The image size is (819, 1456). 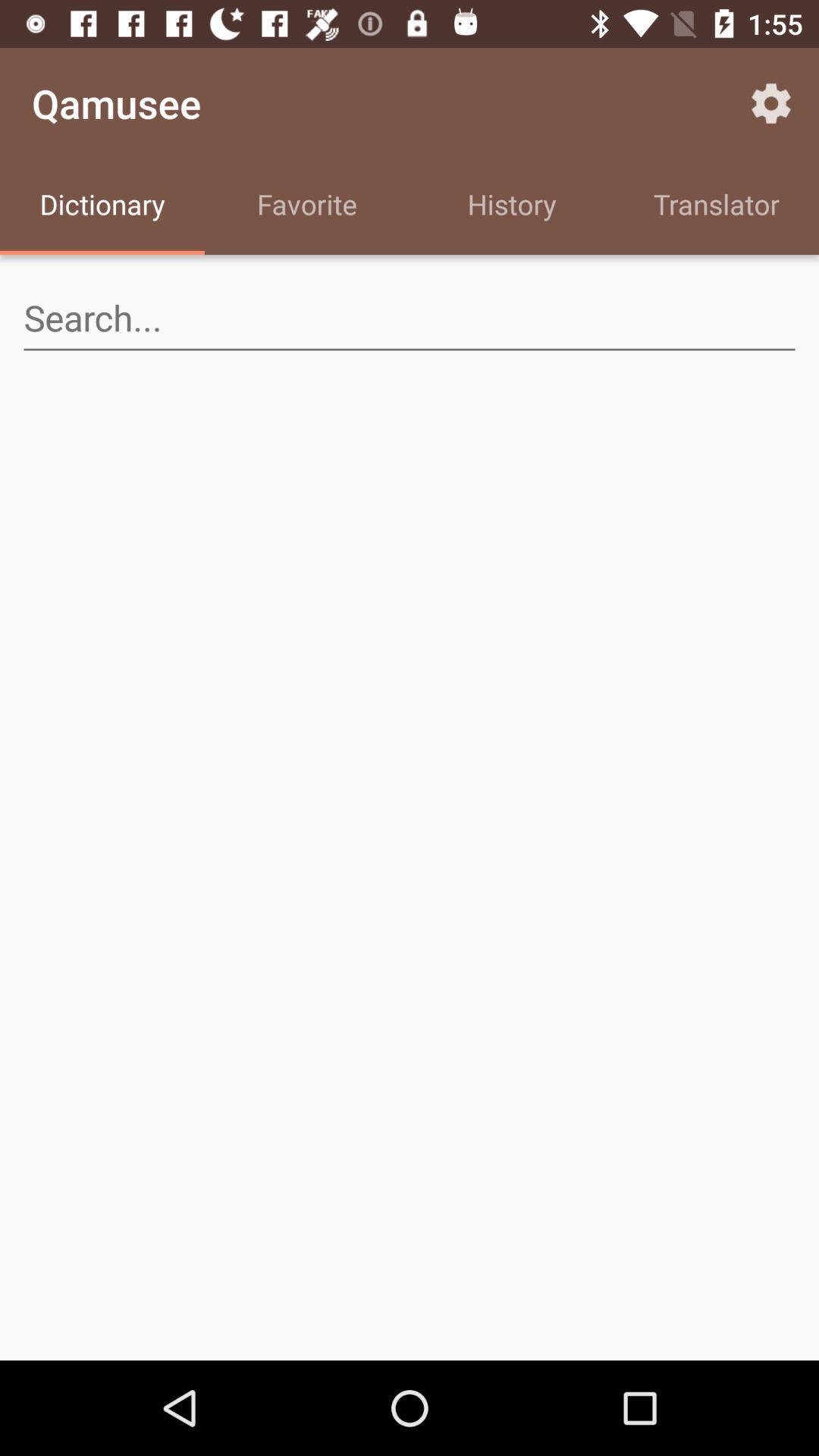 What do you see at coordinates (102, 206) in the screenshot?
I see `the dictionary` at bounding box center [102, 206].